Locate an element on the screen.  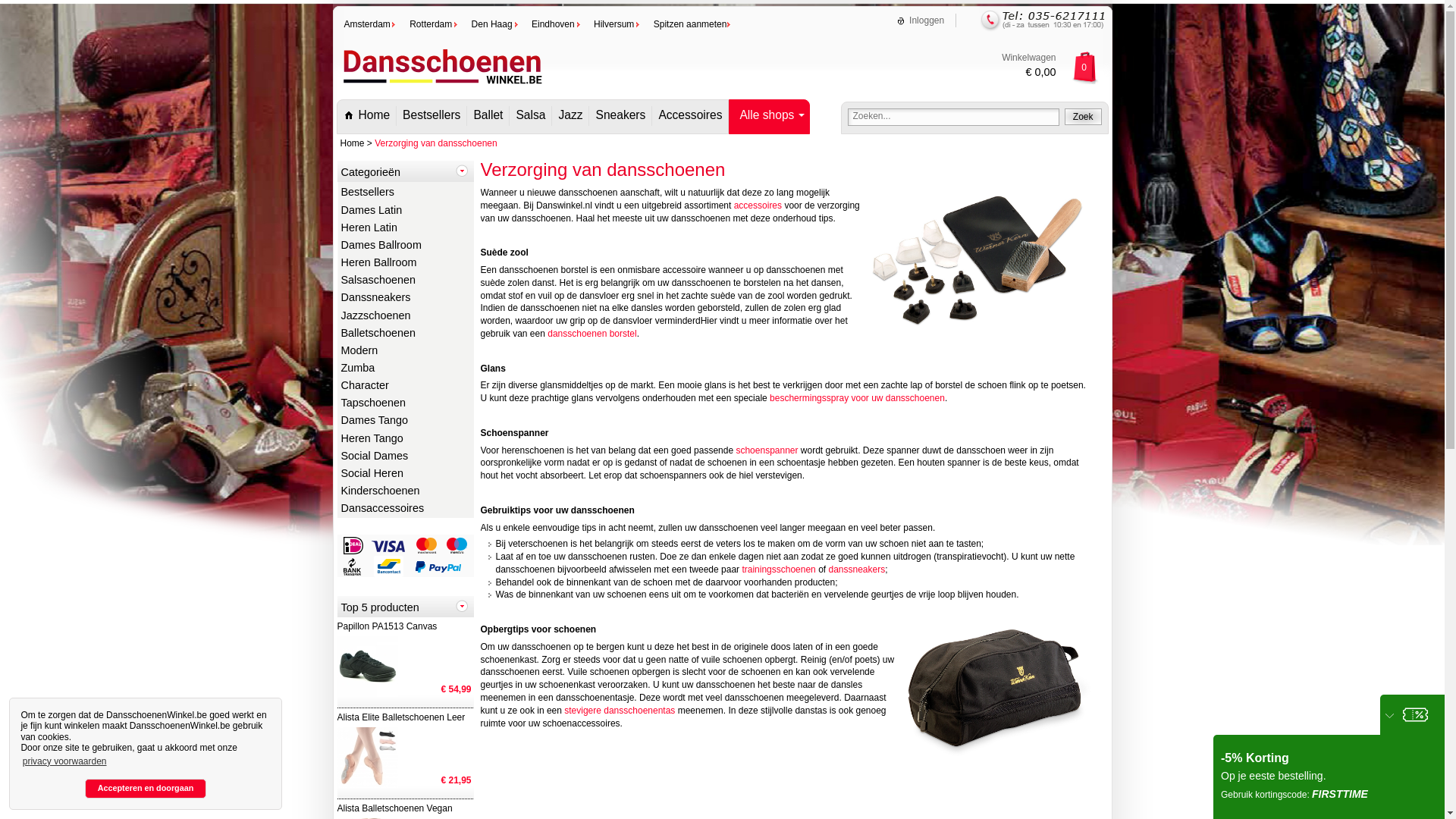
'danssneakers' is located at coordinates (856, 570).